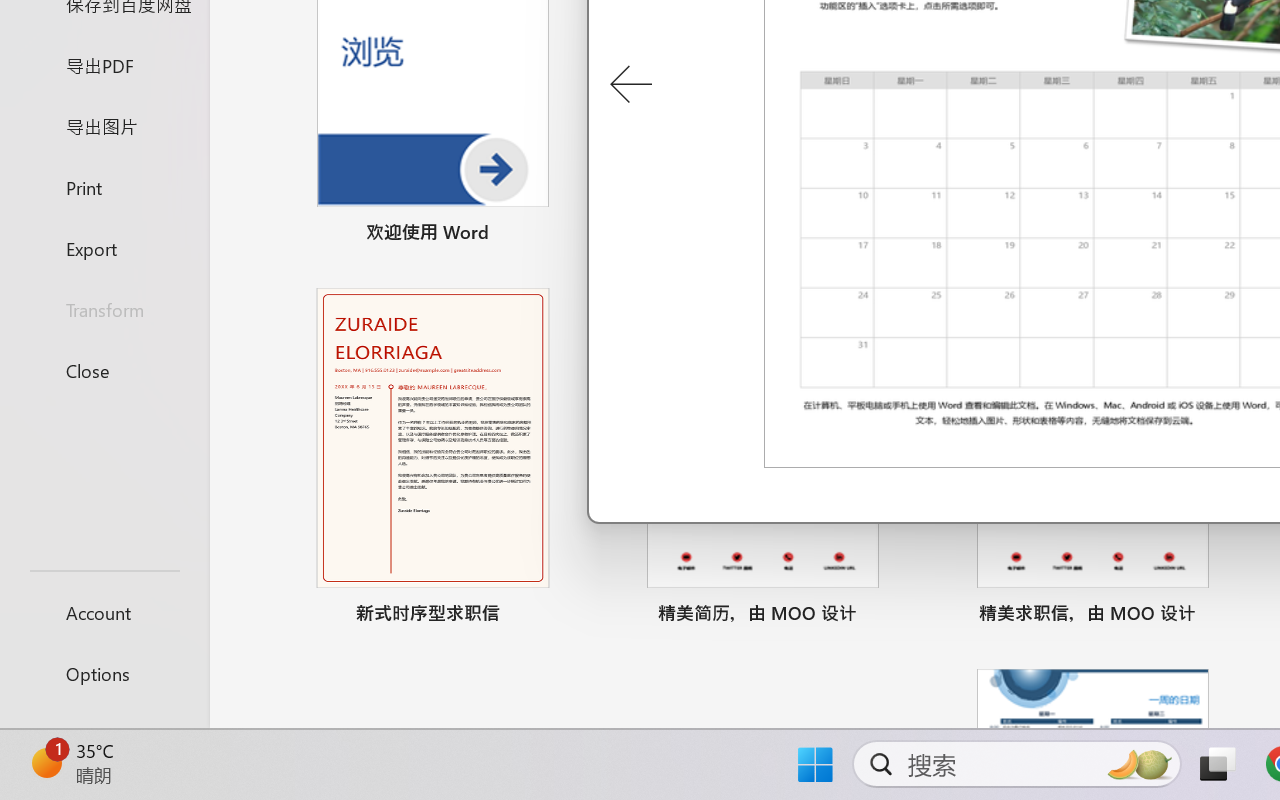 The image size is (1280, 800). I want to click on 'Export', so click(103, 247).